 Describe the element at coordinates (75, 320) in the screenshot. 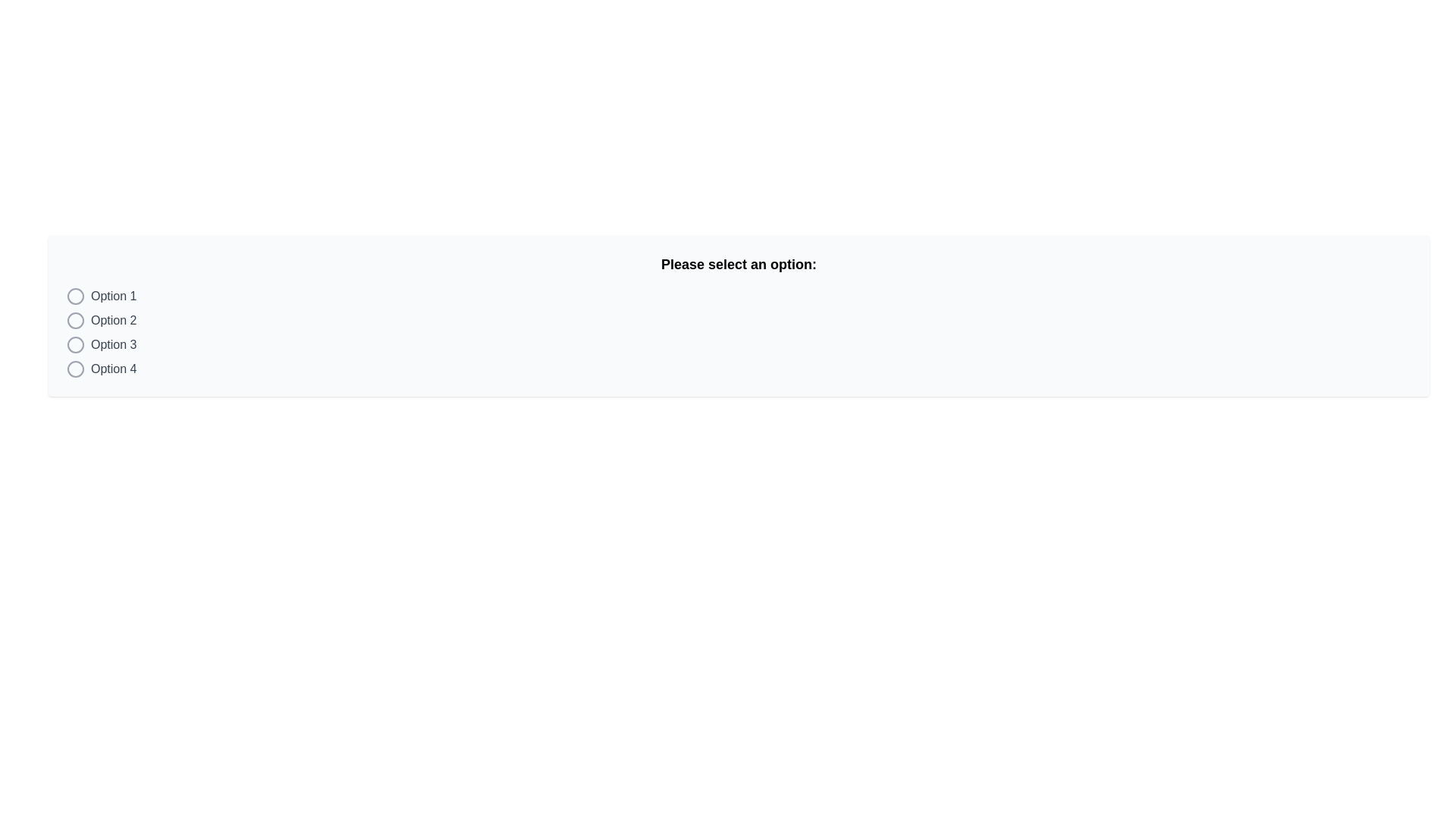

I see `the active radio button labeled 'Option 2' to deselect it` at that location.